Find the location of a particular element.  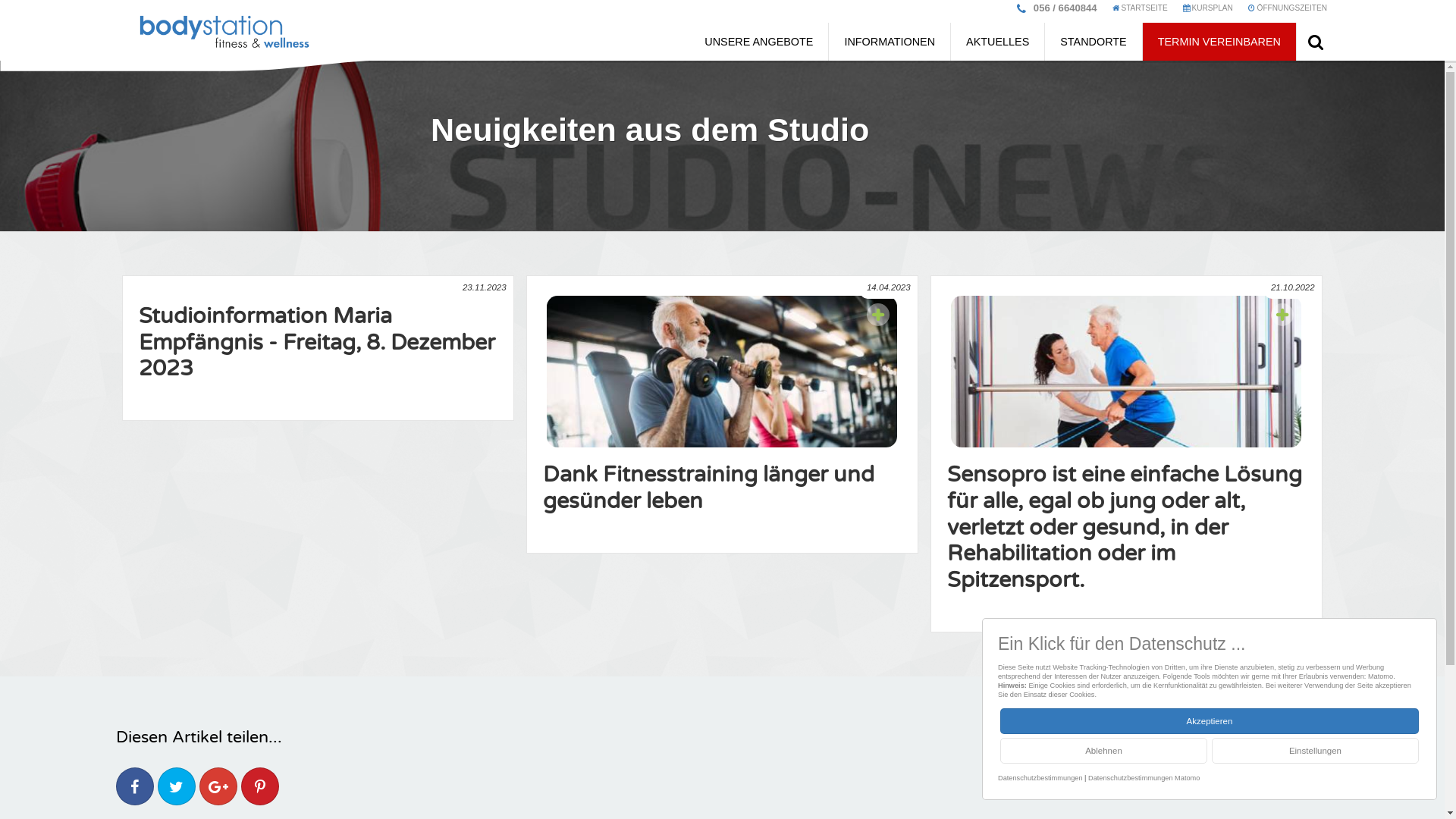

'TERMIN VEREINBAREN' is located at coordinates (1219, 40).